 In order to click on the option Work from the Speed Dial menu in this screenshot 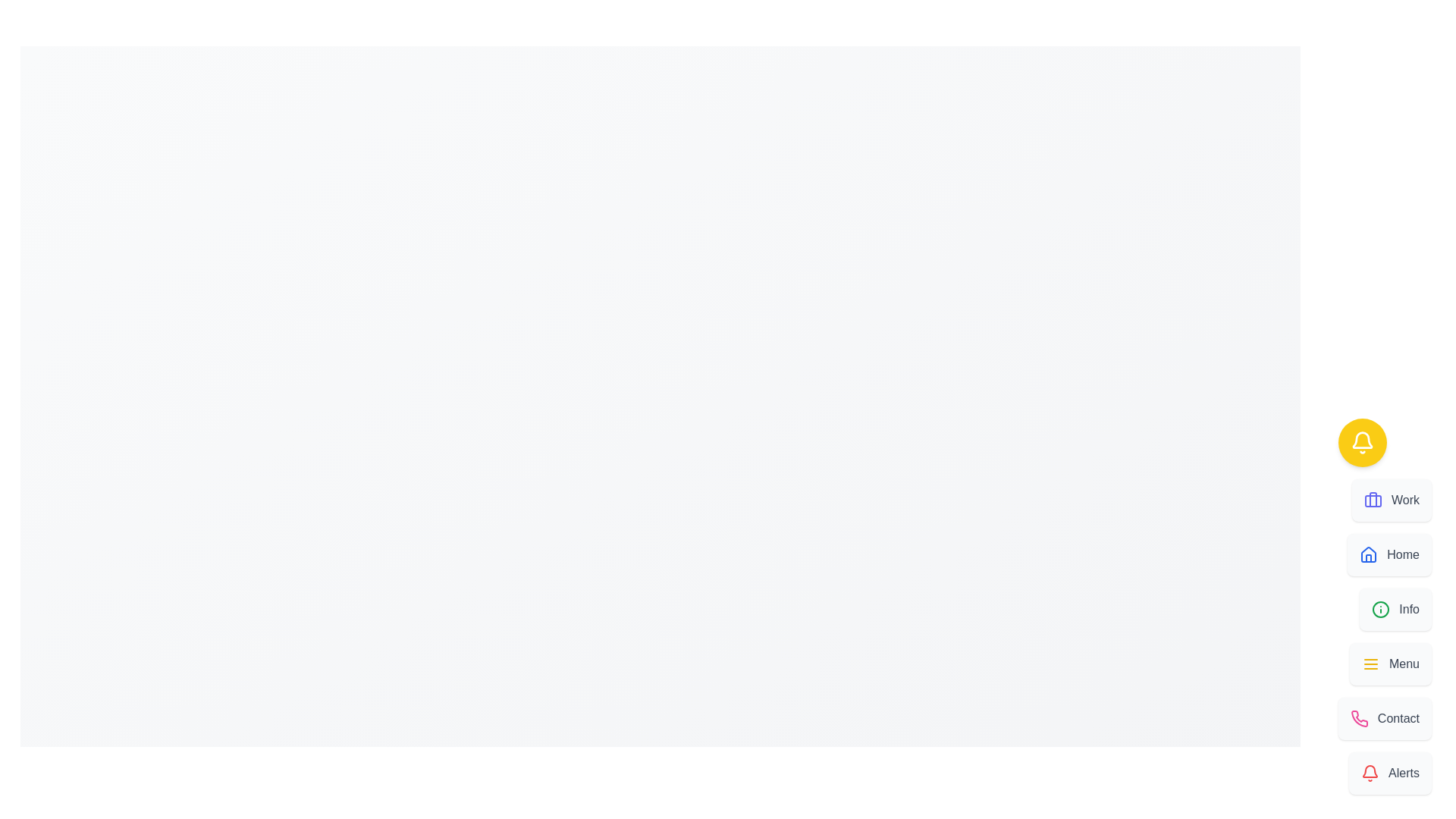, I will do `click(1392, 500)`.